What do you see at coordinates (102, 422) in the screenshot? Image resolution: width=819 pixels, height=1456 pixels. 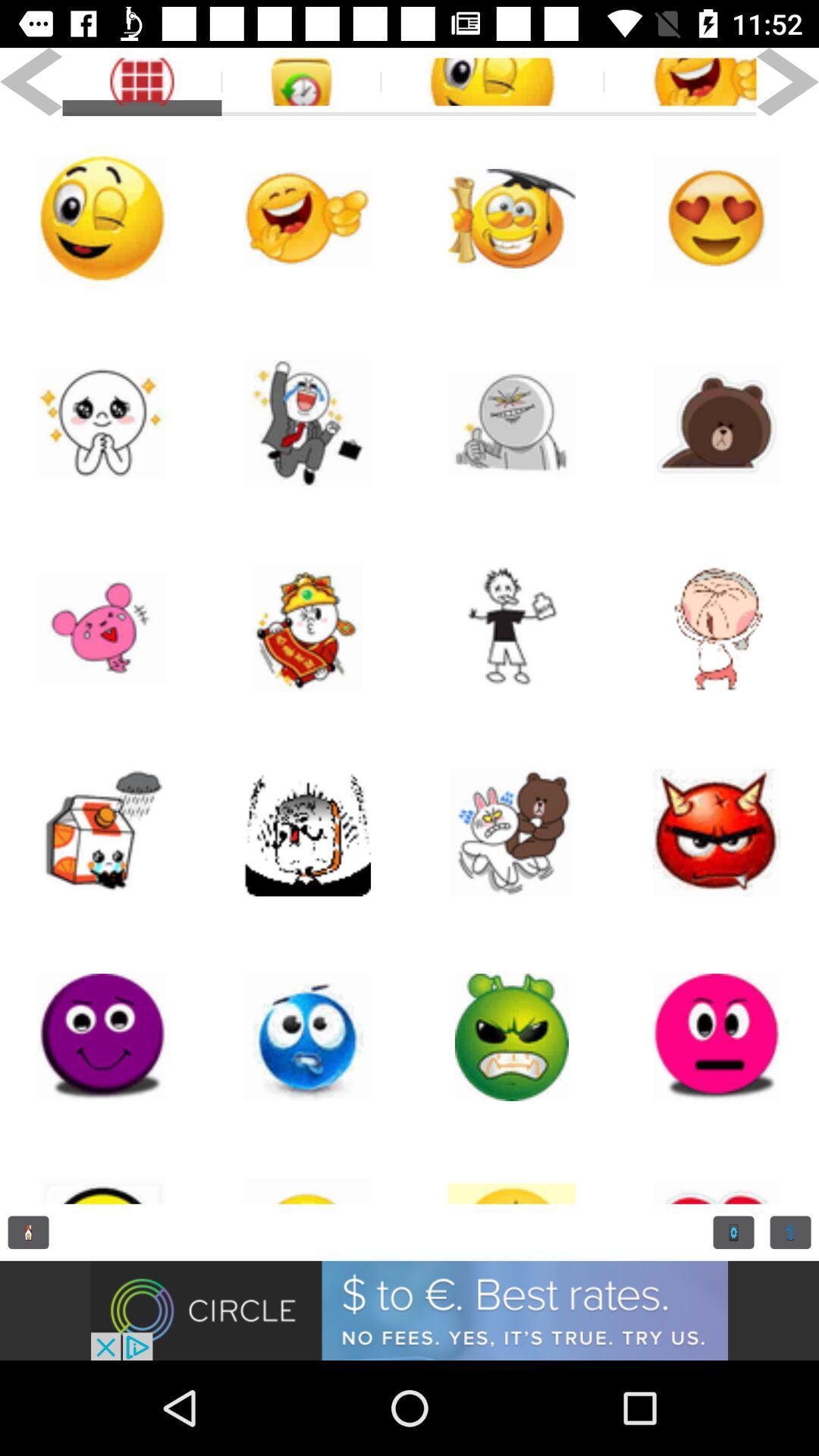 I see `emoji` at bounding box center [102, 422].